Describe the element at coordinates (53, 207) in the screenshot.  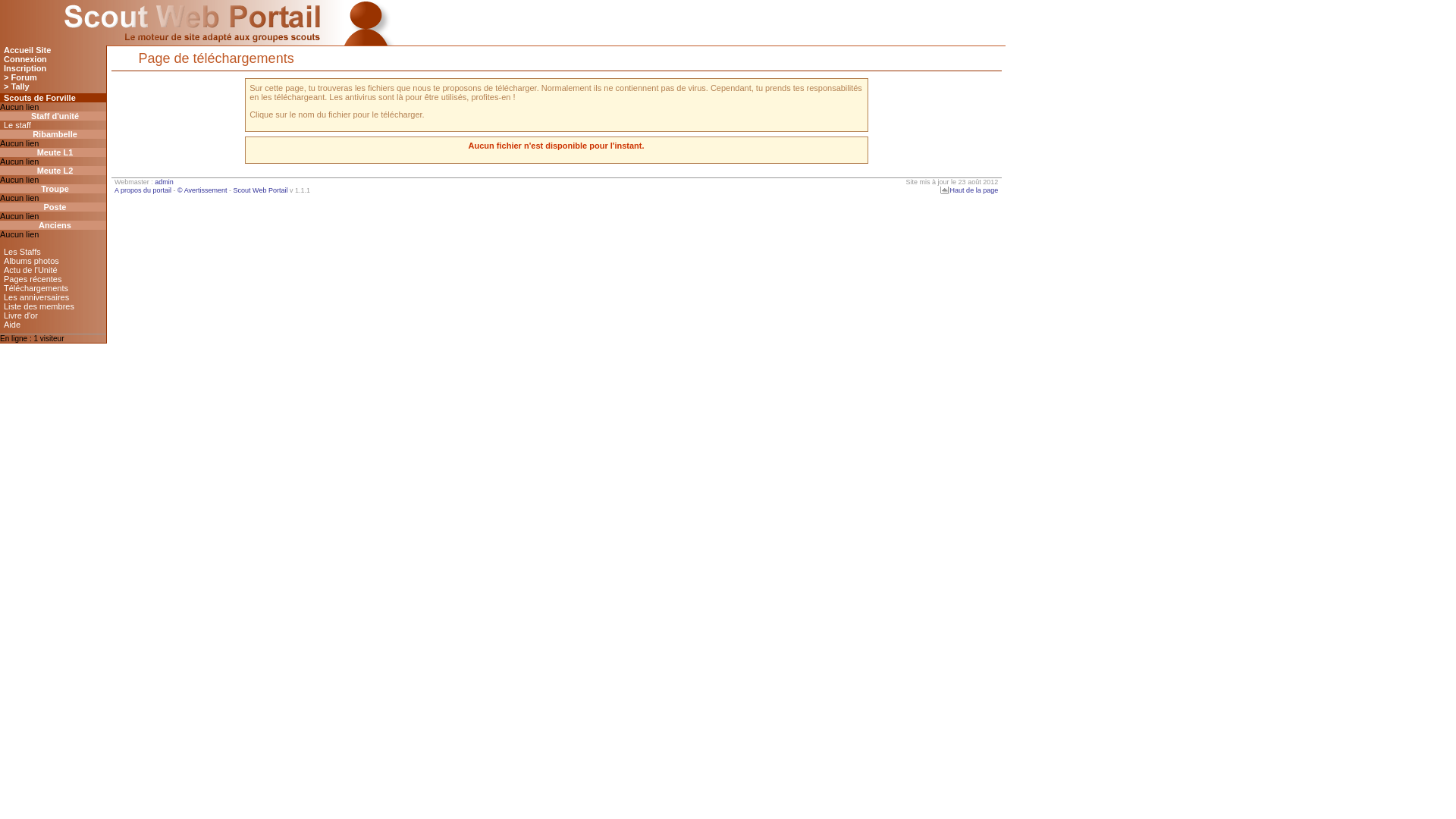
I see `'Poste'` at that location.